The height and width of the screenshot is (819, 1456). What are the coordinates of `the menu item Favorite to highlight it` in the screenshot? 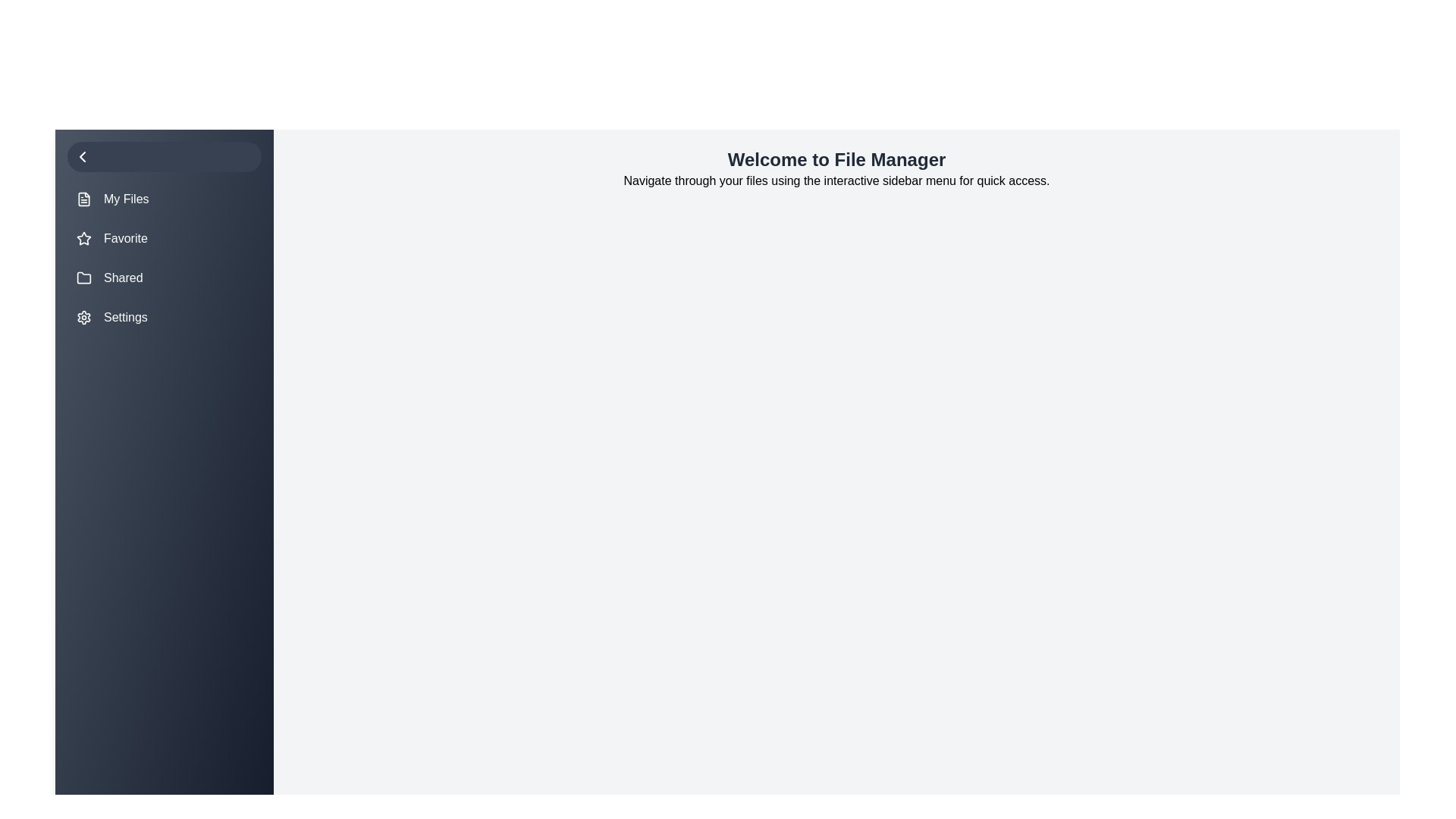 It's located at (164, 239).